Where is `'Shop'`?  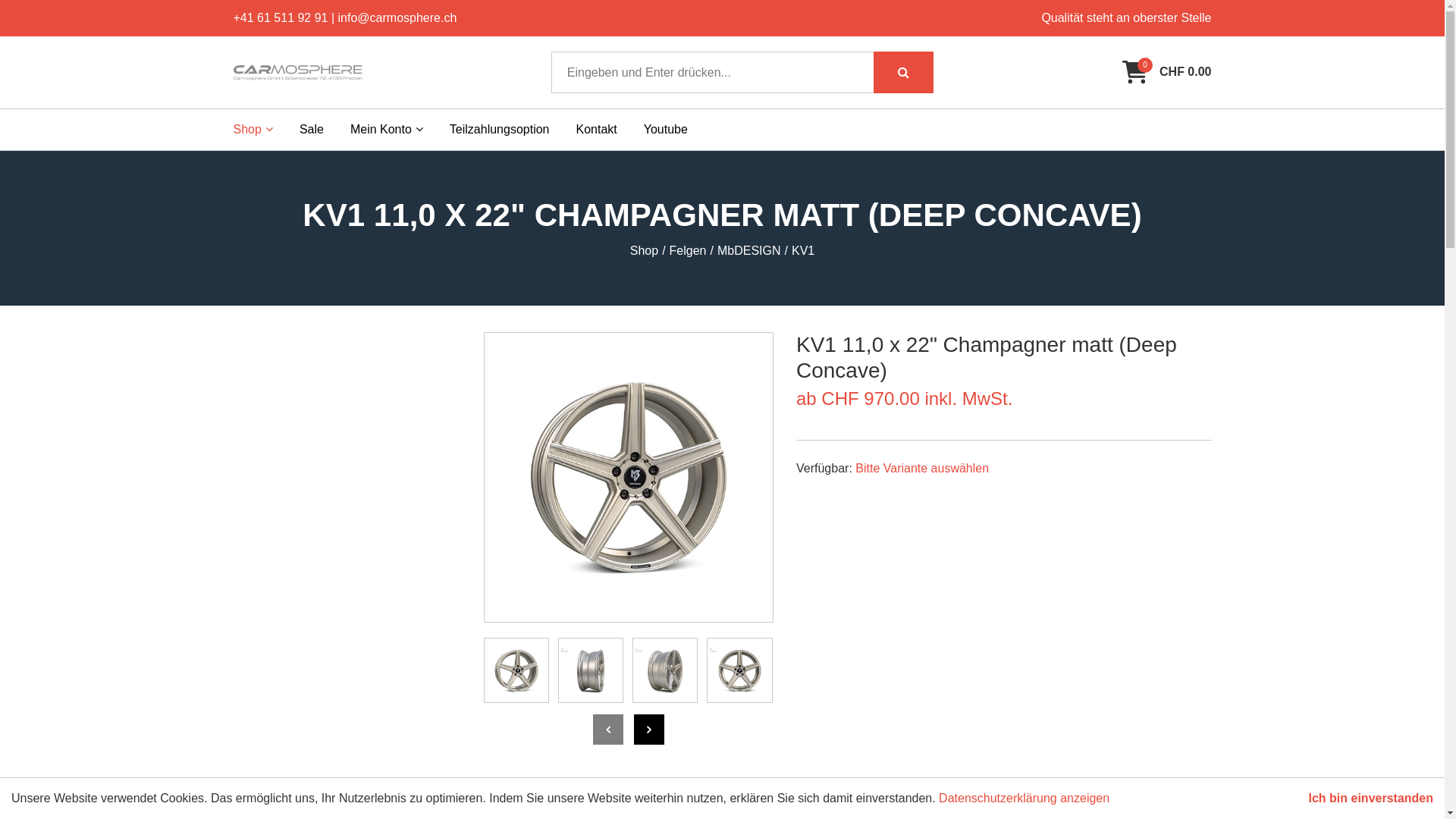 'Shop' is located at coordinates (629, 250).